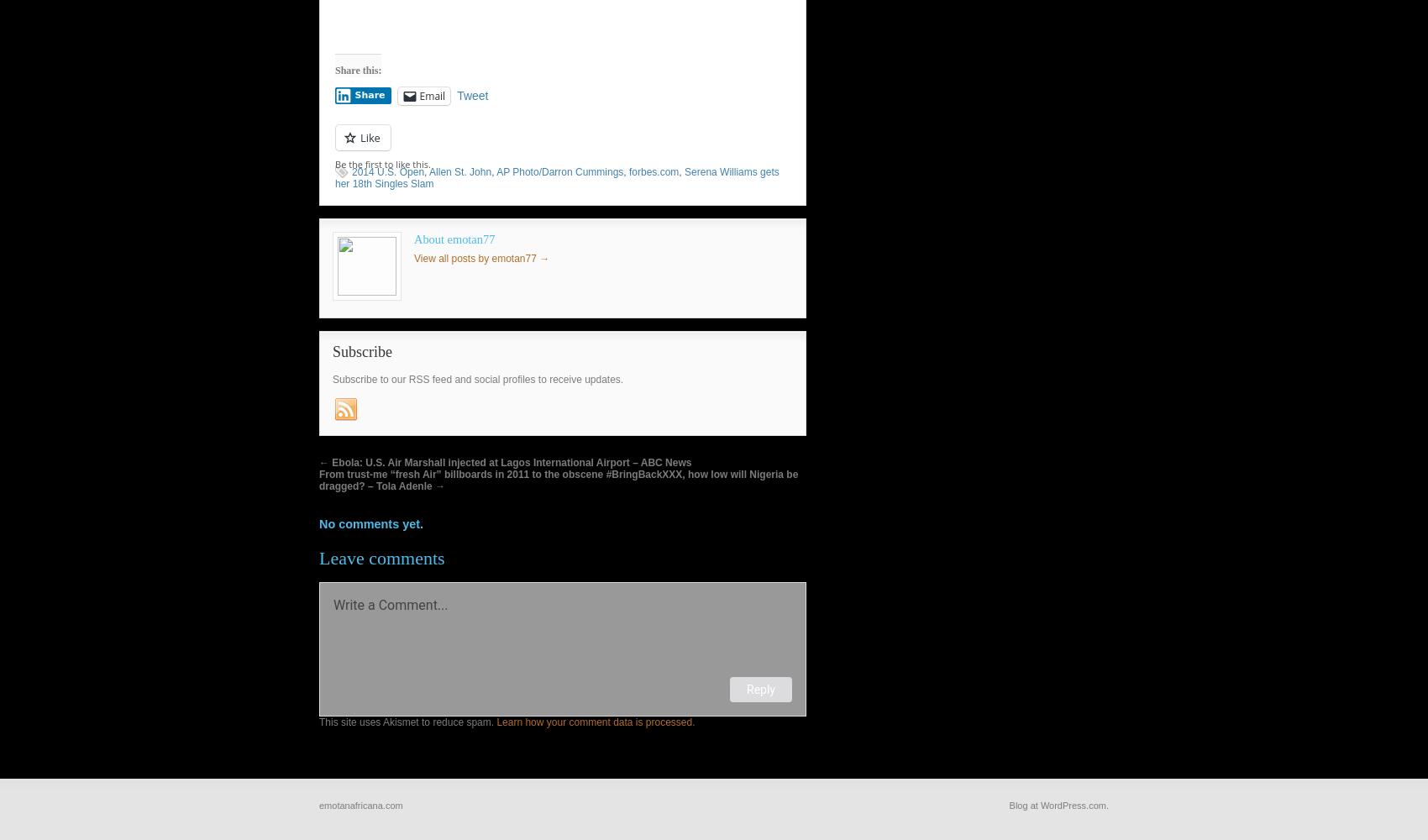 This screenshot has height=840, width=1428. I want to click on 'Tweet', so click(471, 94).